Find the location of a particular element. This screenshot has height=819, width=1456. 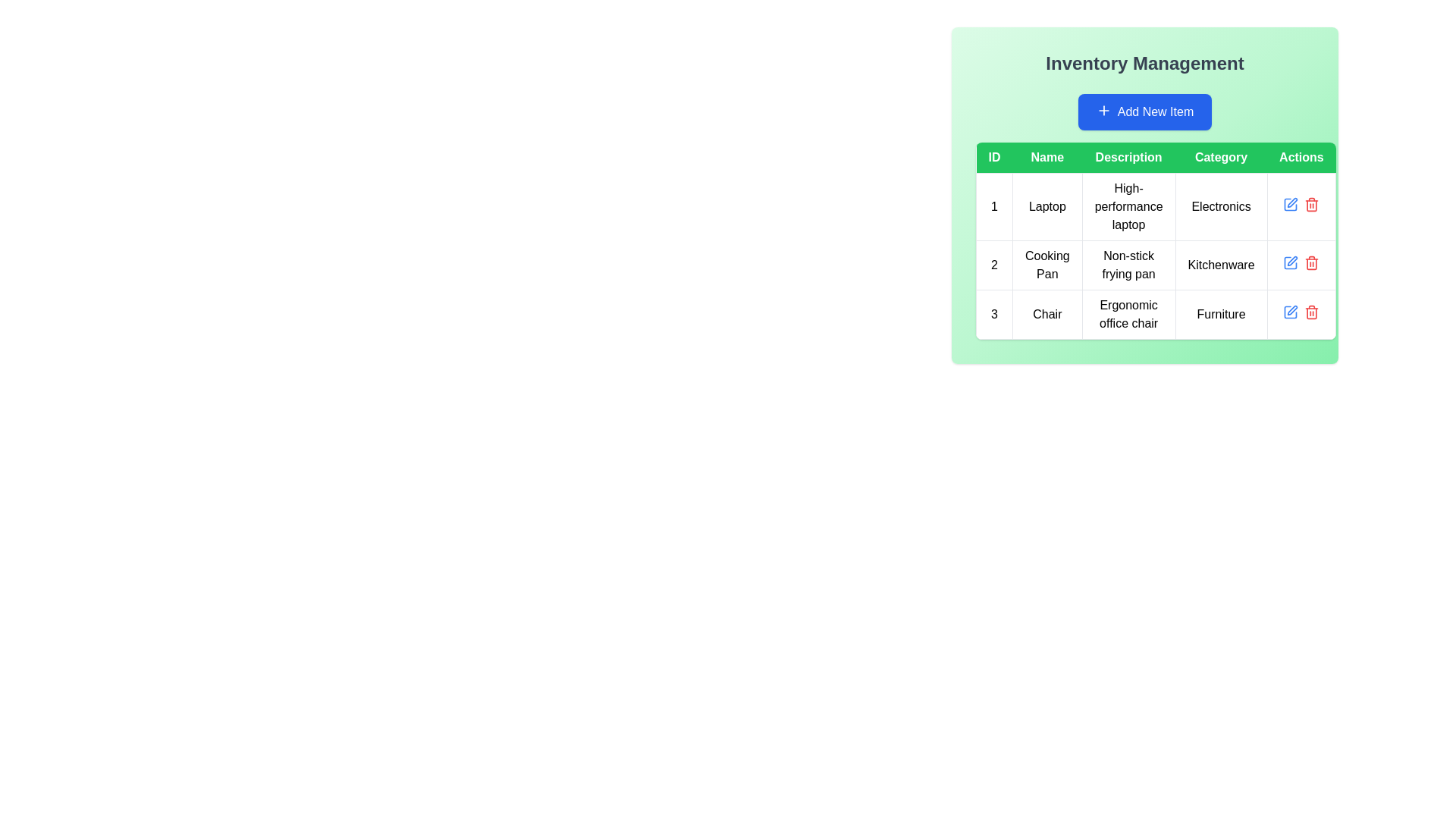

label of the 'Category' header cell in the Inventory Management table, which is the fourth column header following 'ID', 'Name', and 'Description' is located at coordinates (1221, 158).